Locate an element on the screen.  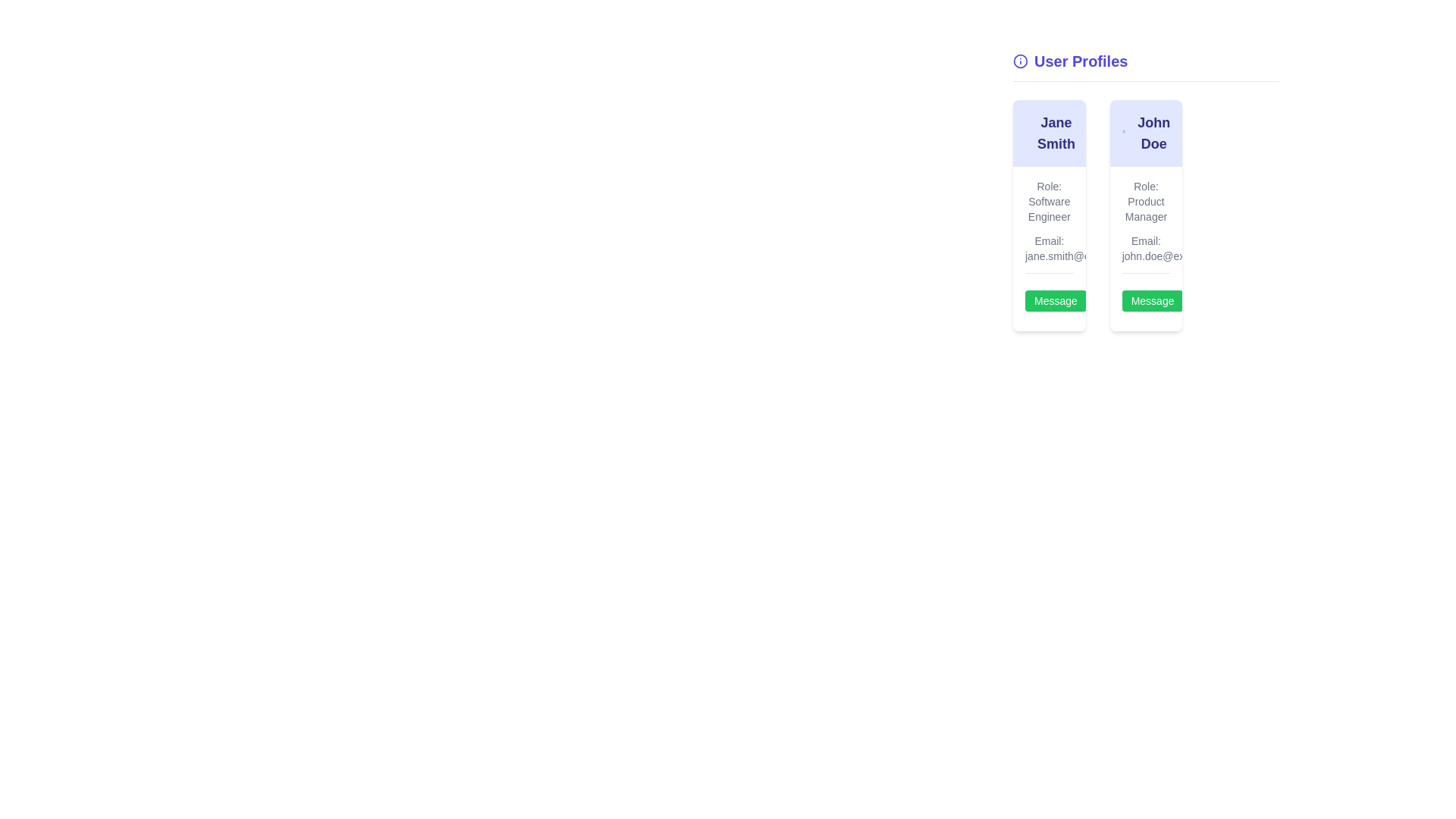
the 'Message' button located below the text displaying 'Role: Software Engineer' and 'Email: jane.smith@example.com' within Jane Smith's profile section is located at coordinates (1048, 248).